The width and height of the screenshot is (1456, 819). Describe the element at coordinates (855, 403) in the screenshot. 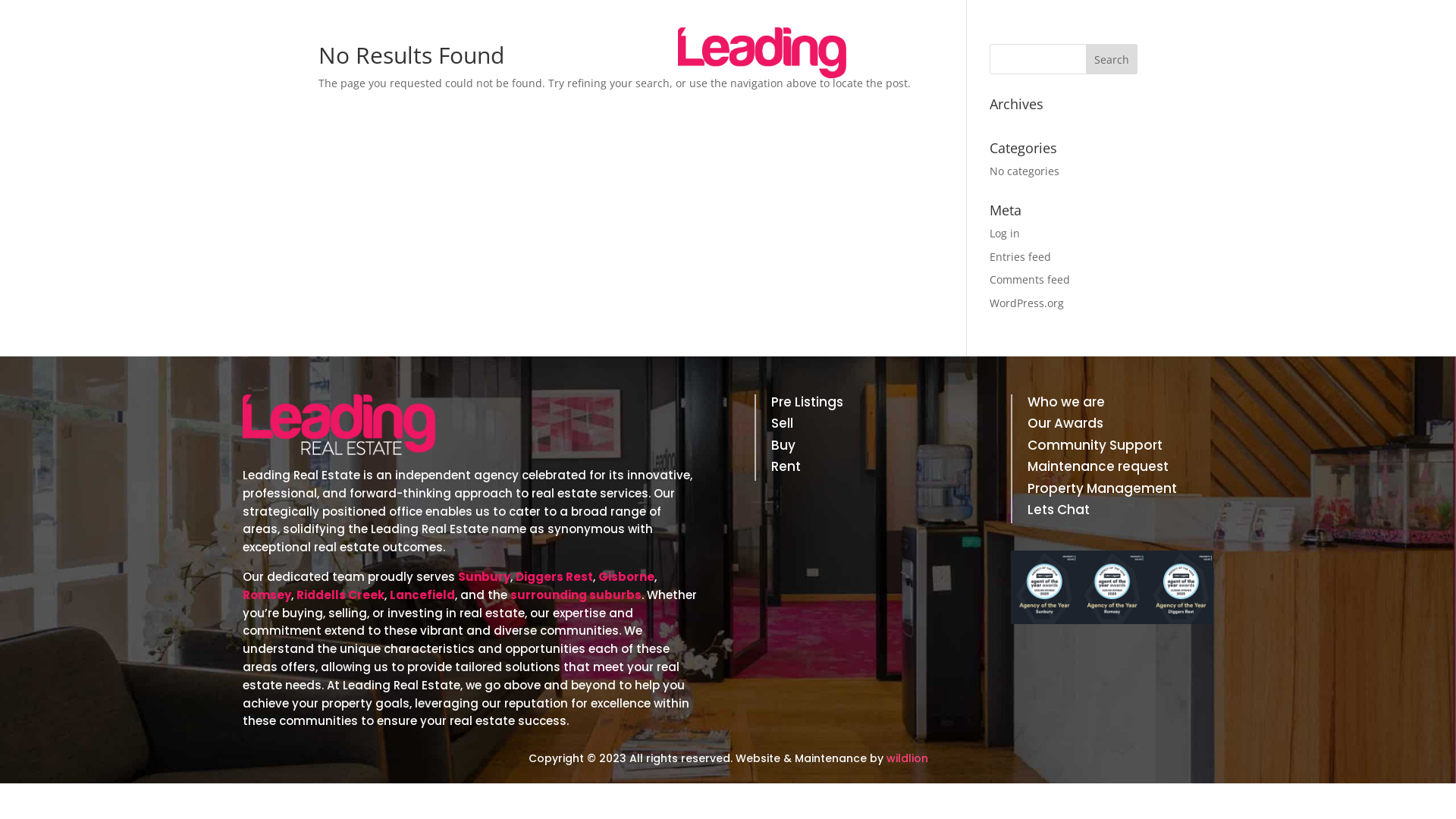

I see `'Pre Listings'` at that location.